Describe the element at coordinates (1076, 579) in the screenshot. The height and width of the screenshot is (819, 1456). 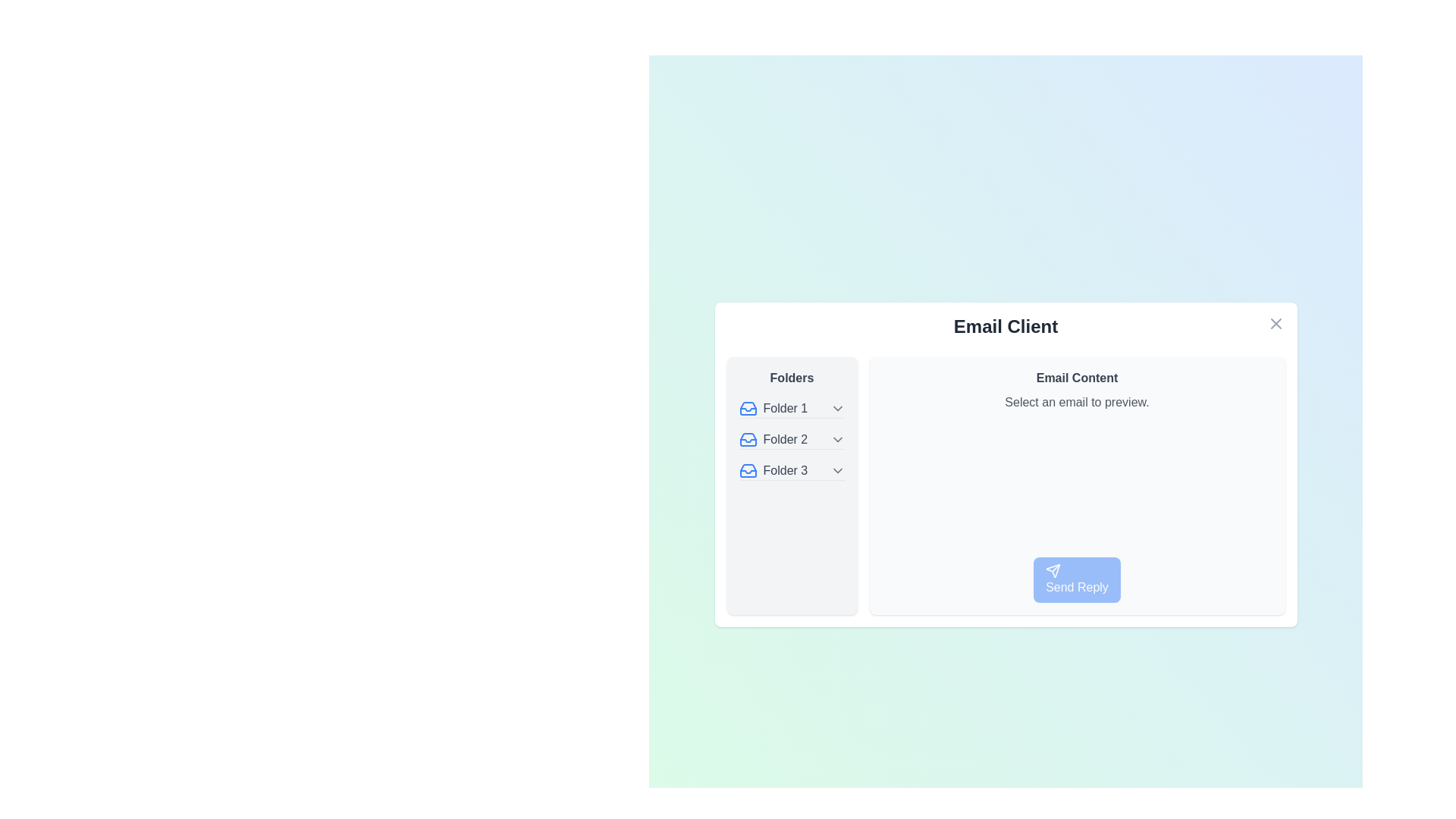
I see `the 'Send Reply' button, which has rounded corners, a light blue background, a white paper airplane icon, and white centered text` at that location.